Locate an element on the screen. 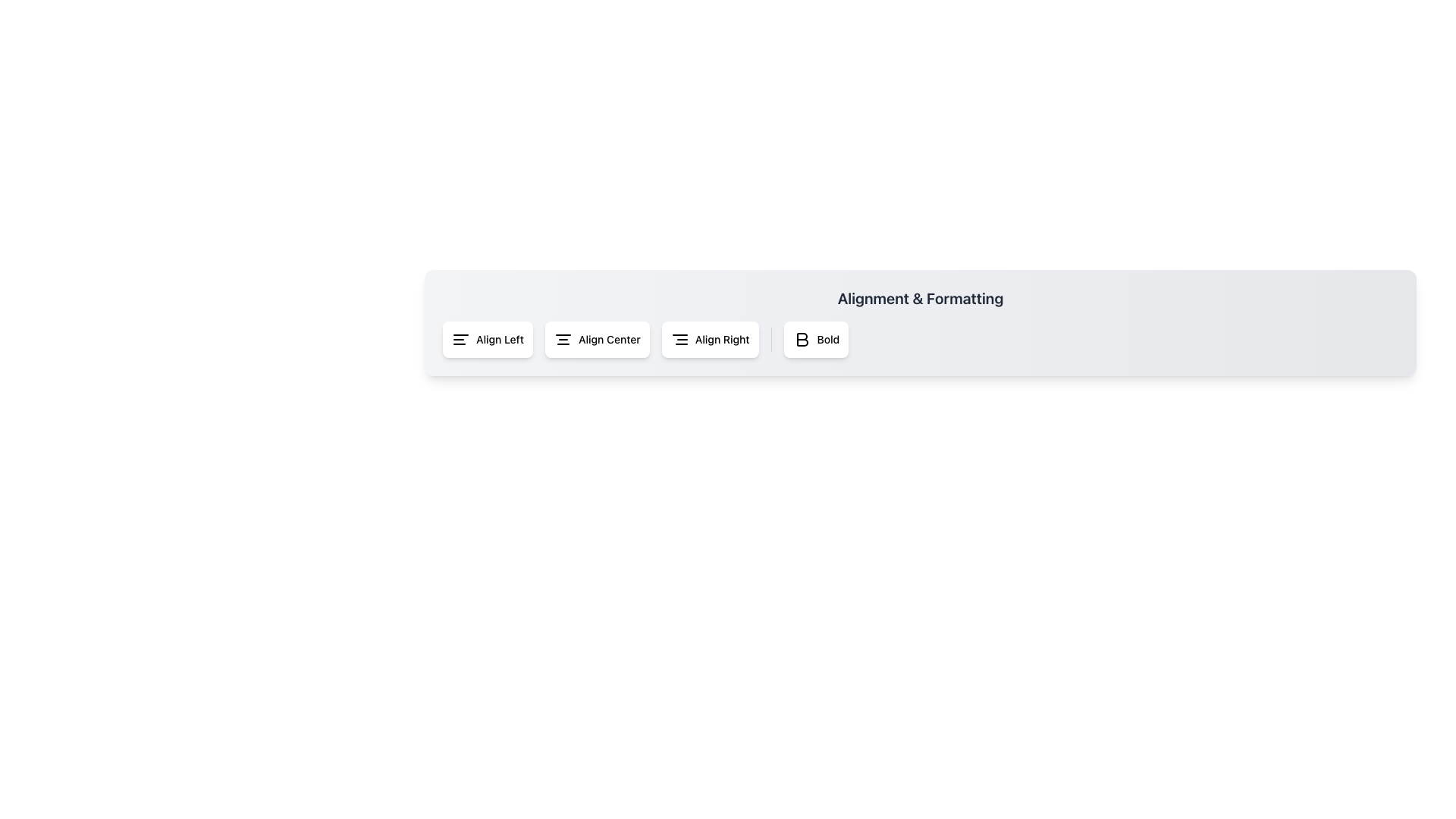  the thin vertical gray line separator located between the 'Align Right' button and 'Bold' button in the toolbar is located at coordinates (771, 338).